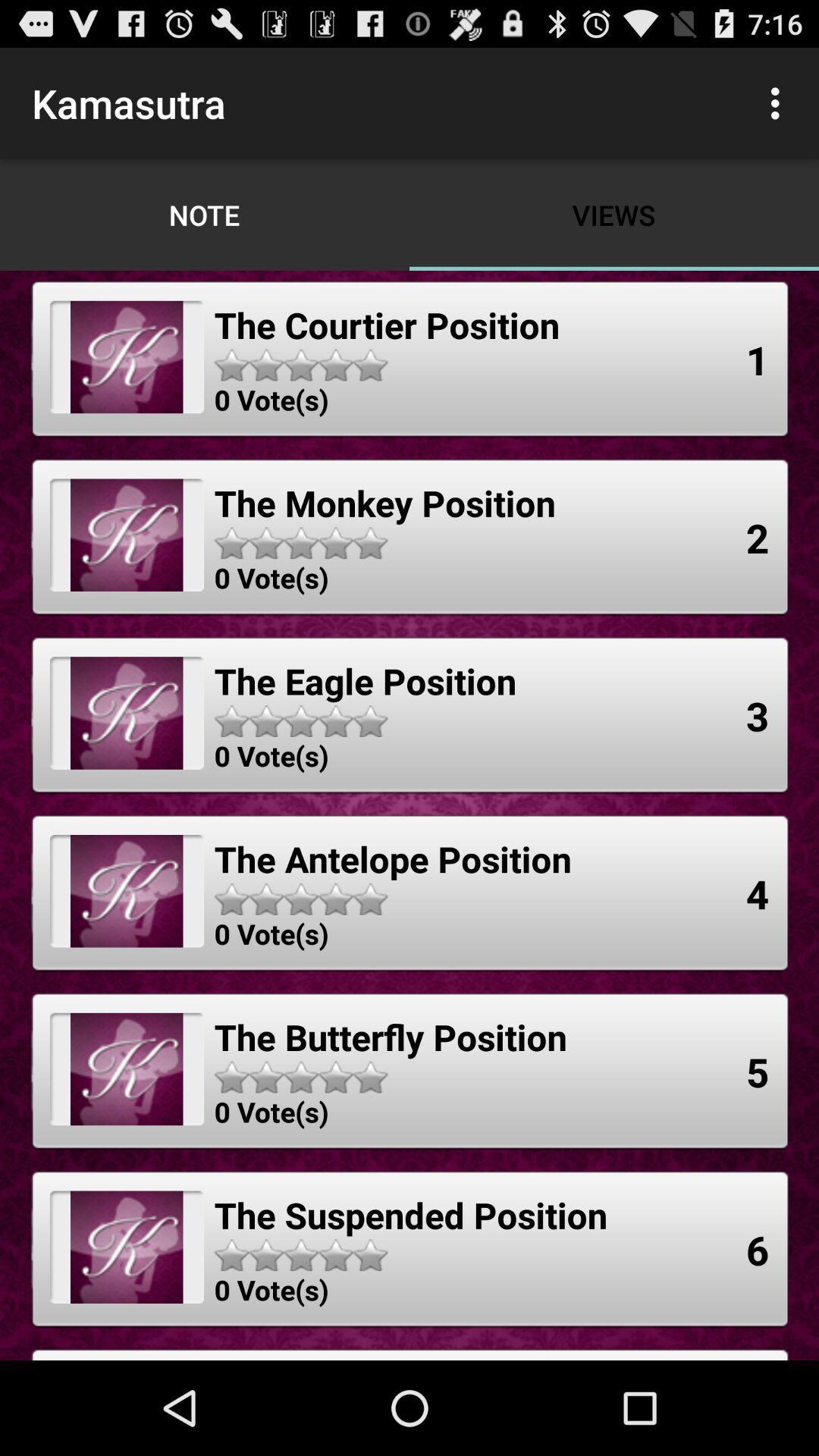 The image size is (819, 1456). Describe the element at coordinates (758, 538) in the screenshot. I see `the app next to the monkey position icon` at that location.